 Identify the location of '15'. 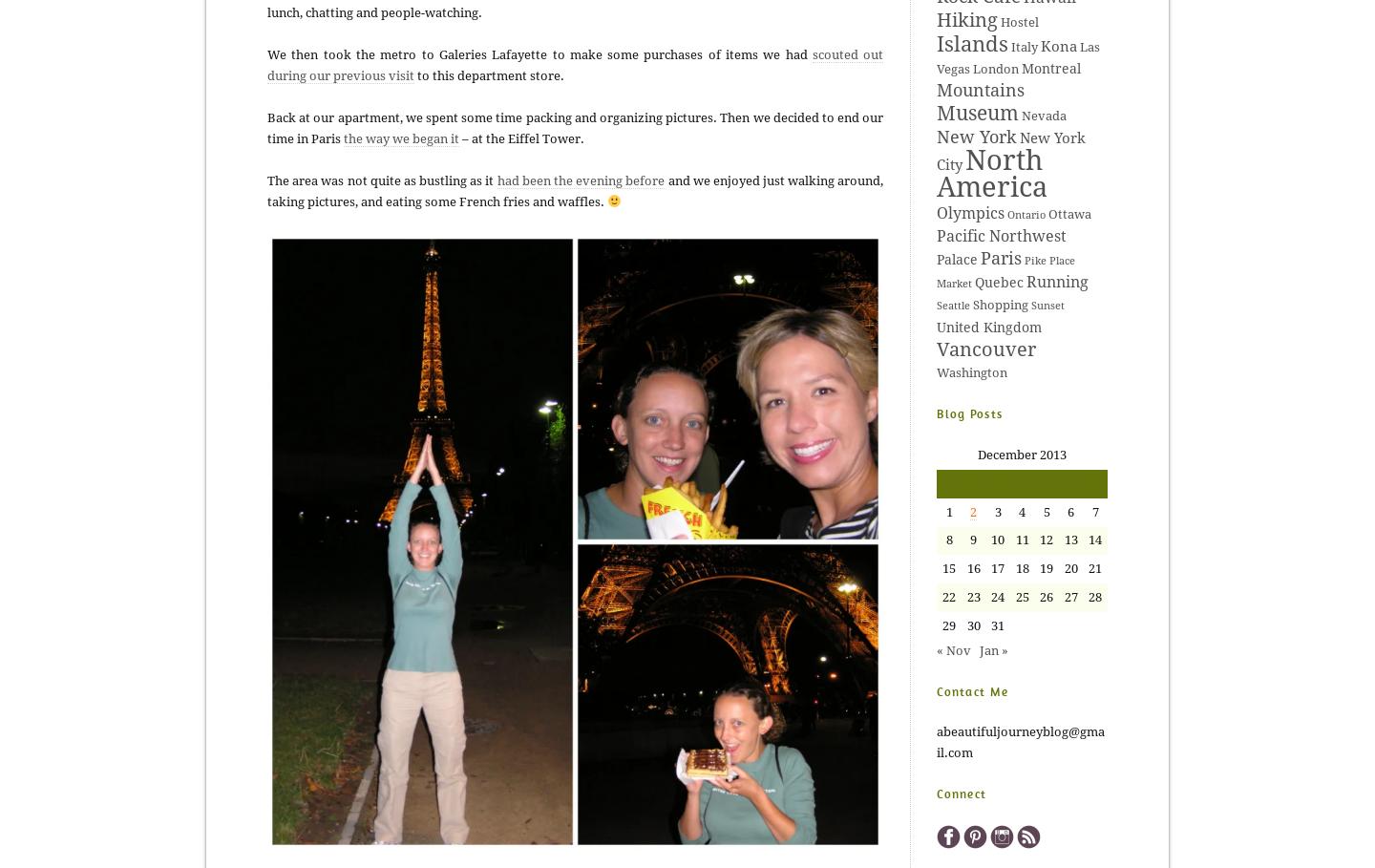
(948, 568).